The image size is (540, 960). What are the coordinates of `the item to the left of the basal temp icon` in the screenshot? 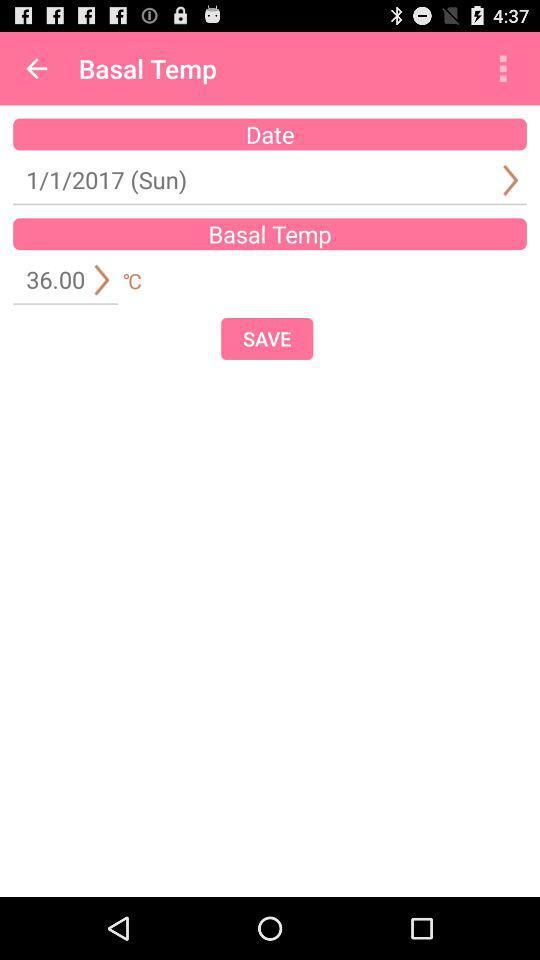 It's located at (36, 68).